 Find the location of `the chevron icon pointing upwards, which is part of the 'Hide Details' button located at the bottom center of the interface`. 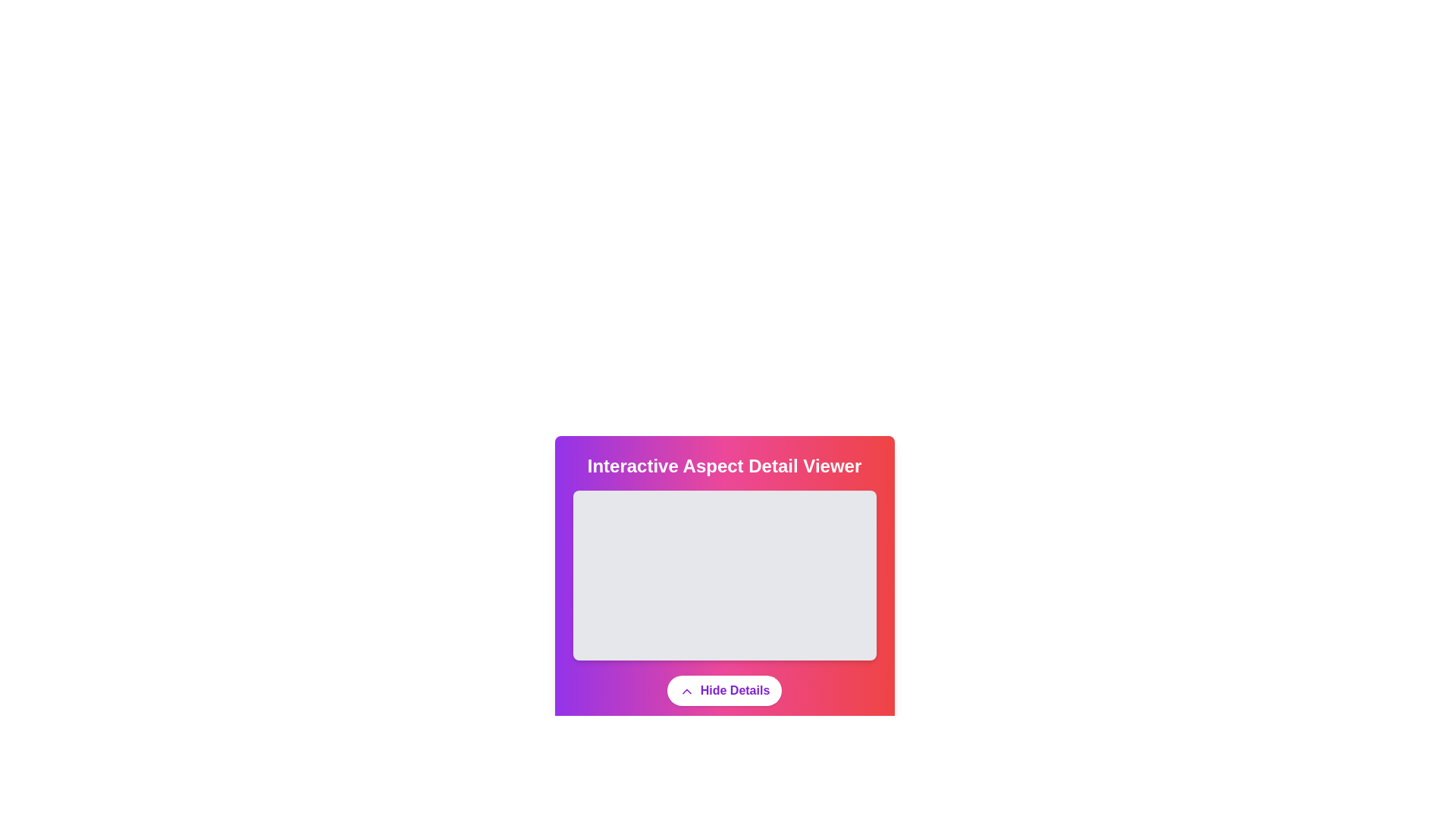

the chevron icon pointing upwards, which is part of the 'Hide Details' button located at the bottom center of the interface is located at coordinates (686, 691).